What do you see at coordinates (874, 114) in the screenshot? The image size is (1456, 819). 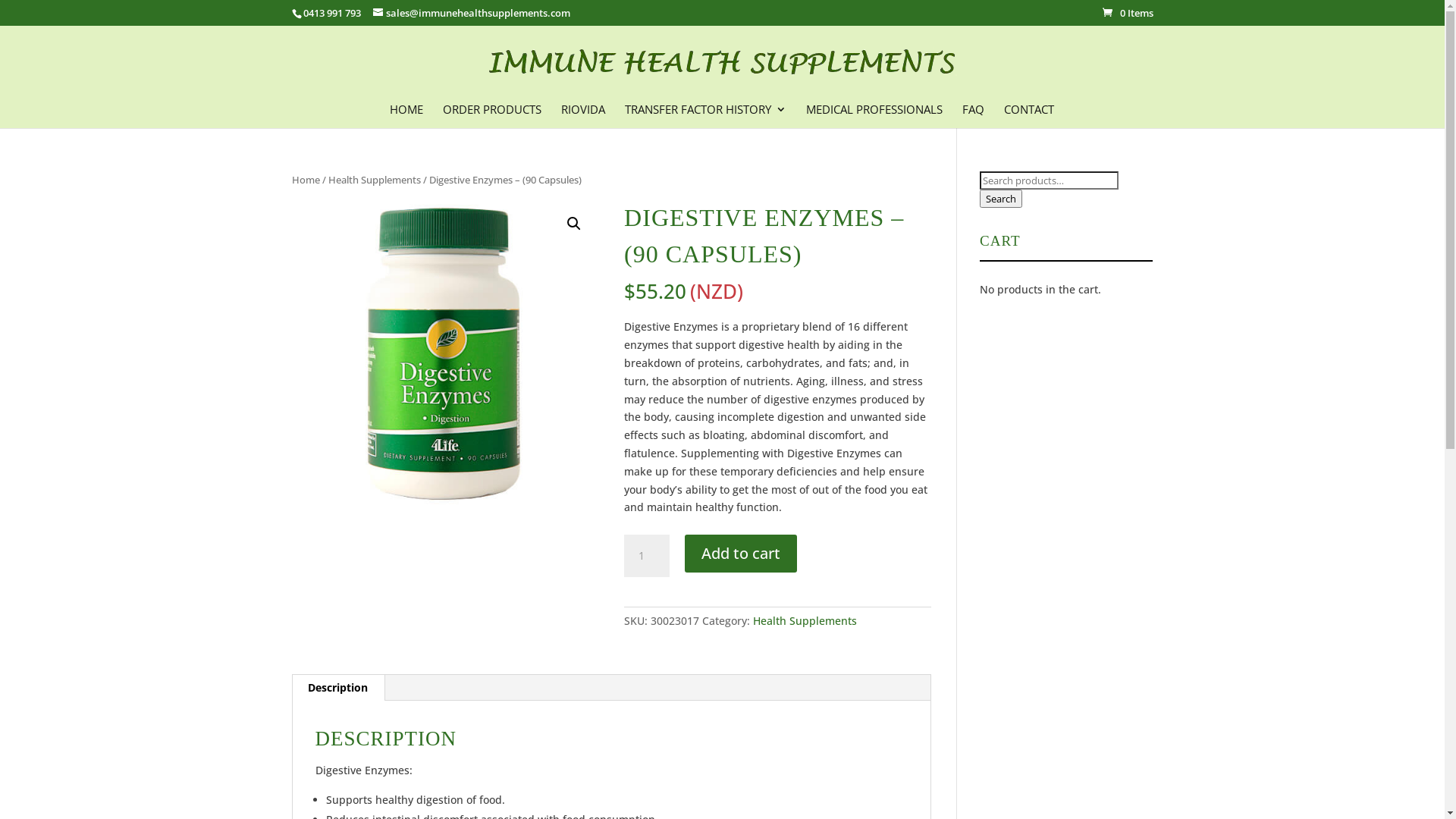 I see `'MEDICAL PROFESSIONALS'` at bounding box center [874, 114].